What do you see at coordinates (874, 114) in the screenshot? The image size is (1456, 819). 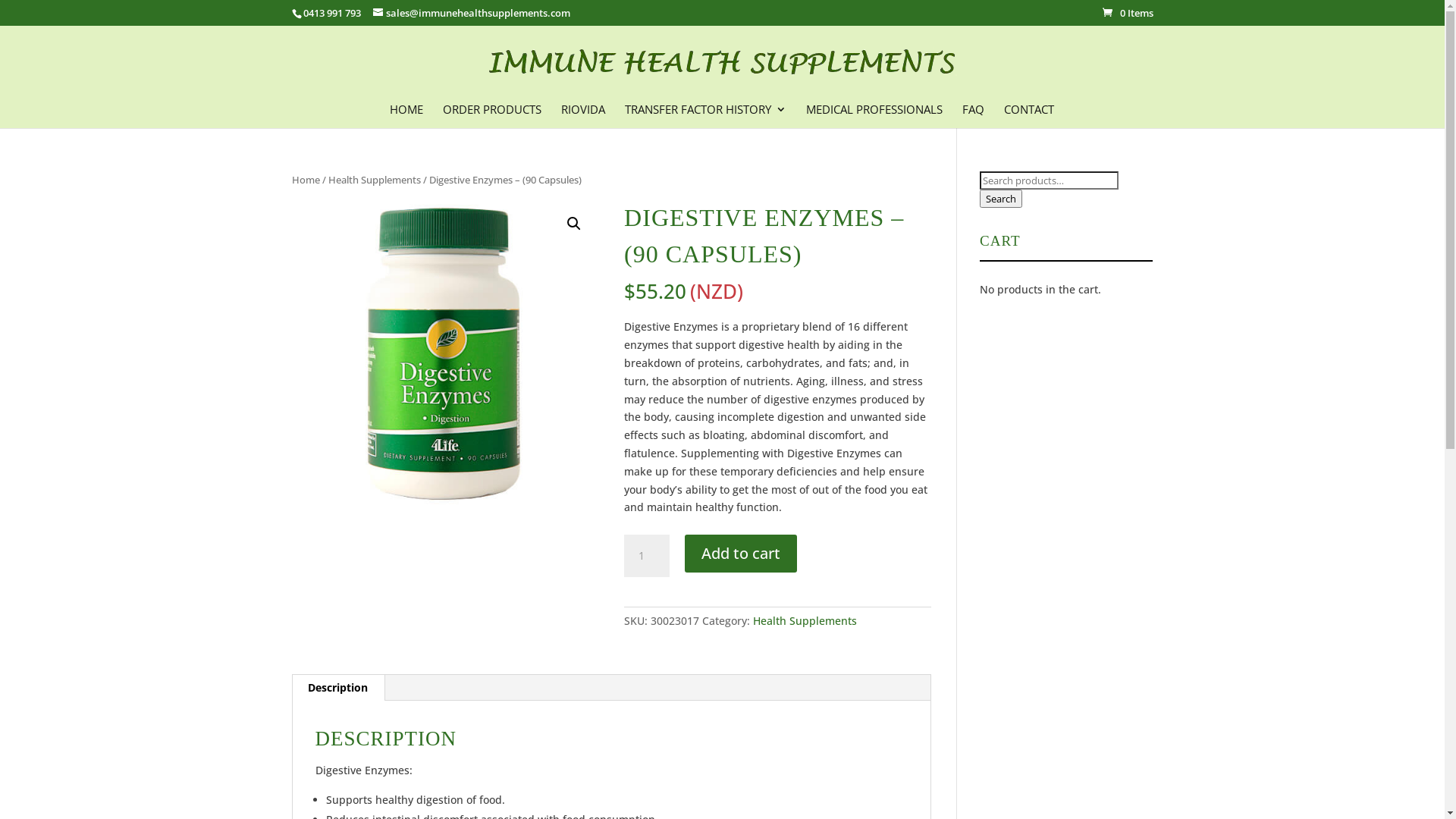 I see `'MEDICAL PROFESSIONALS'` at bounding box center [874, 114].